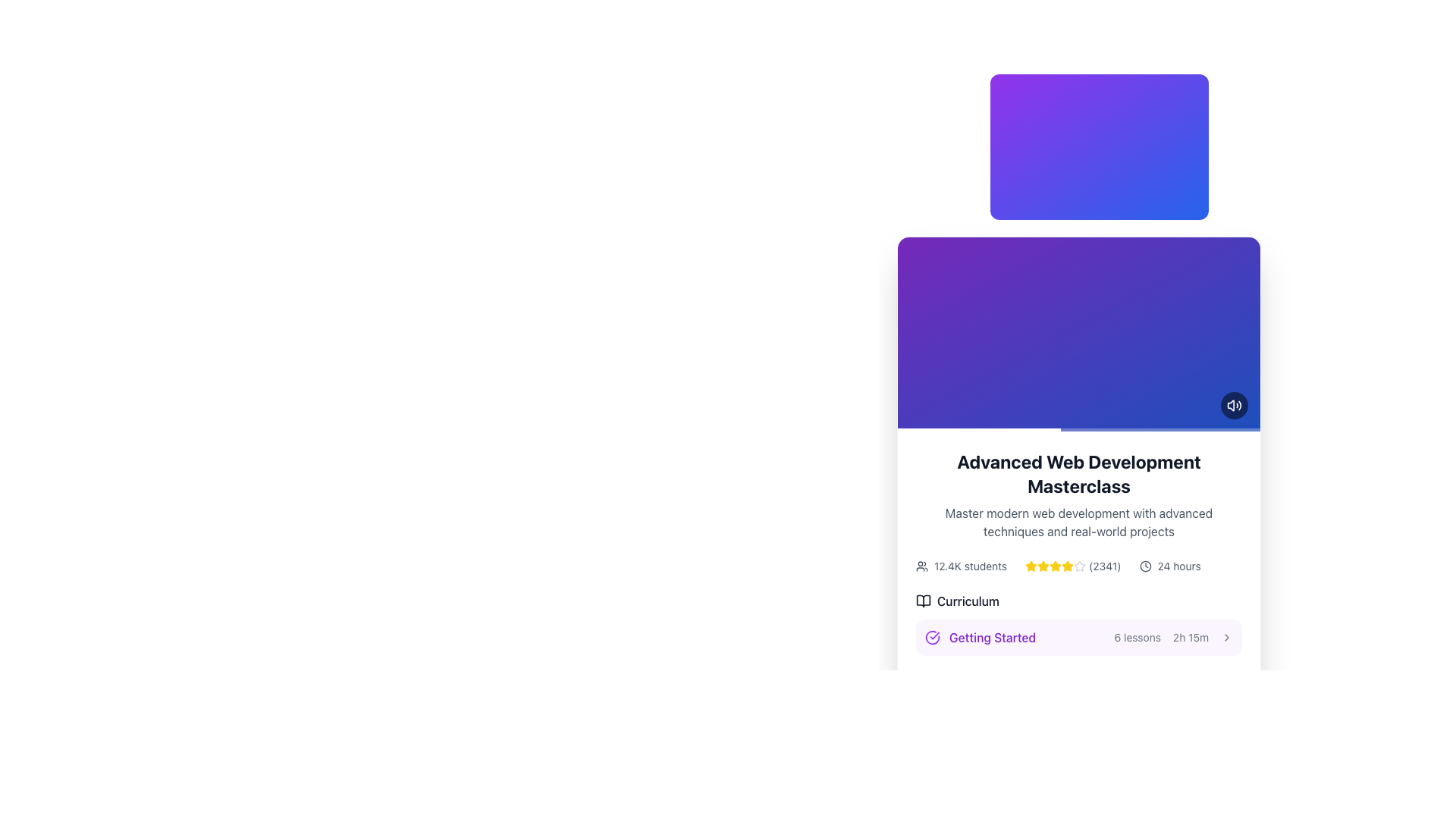  What do you see at coordinates (1067, 566) in the screenshot?
I see `the third star icon in the filled yellow star rating display for the course 'Advanced Web Development Masterclass'` at bounding box center [1067, 566].